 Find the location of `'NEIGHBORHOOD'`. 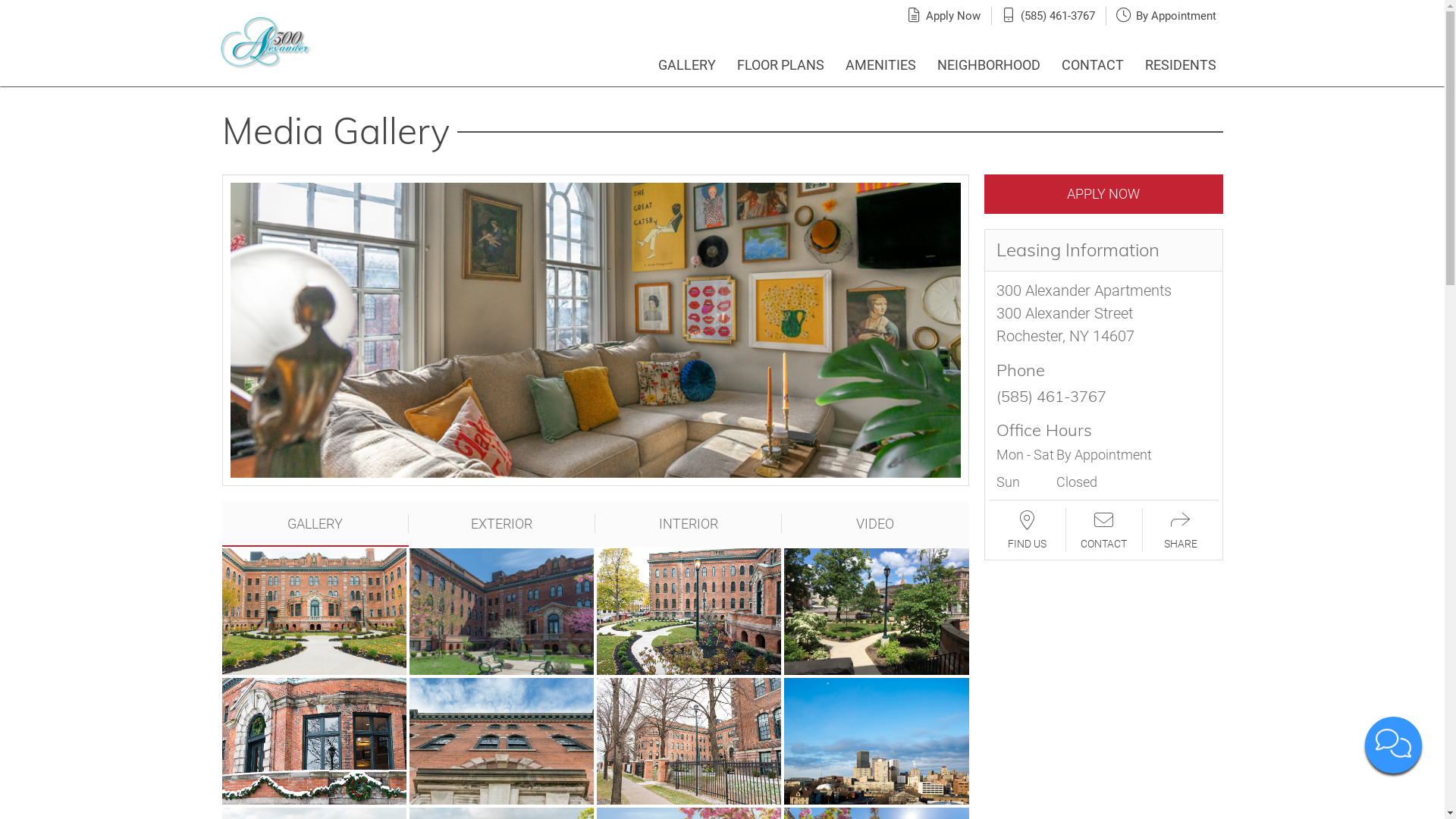

'NEIGHBORHOOD' is located at coordinates (926, 58).